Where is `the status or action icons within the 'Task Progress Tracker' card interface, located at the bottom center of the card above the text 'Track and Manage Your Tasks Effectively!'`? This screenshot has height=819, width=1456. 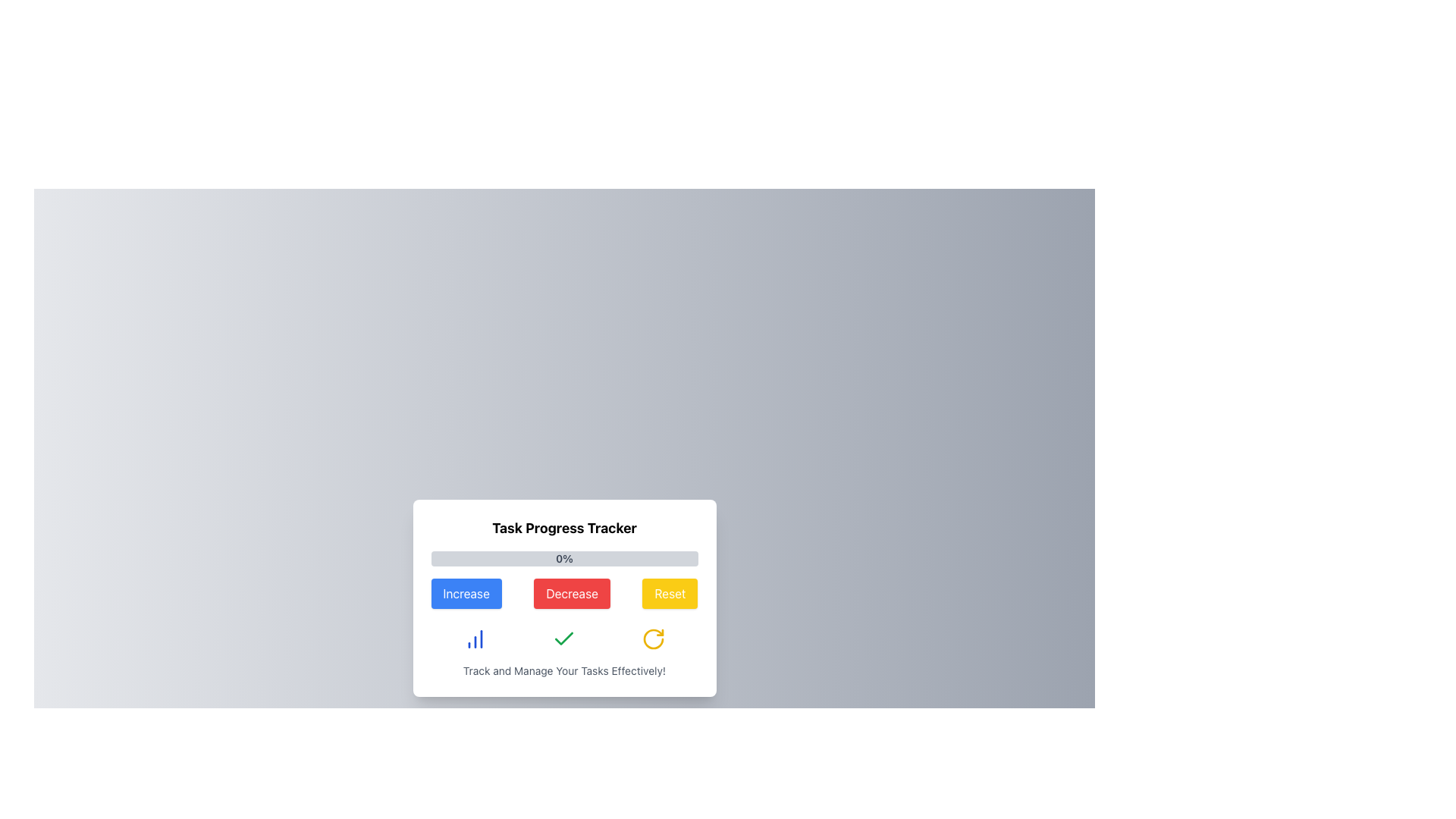
the status or action icons within the 'Task Progress Tracker' card interface, located at the bottom center of the card above the text 'Track and Manage Your Tasks Effectively!' is located at coordinates (563, 639).